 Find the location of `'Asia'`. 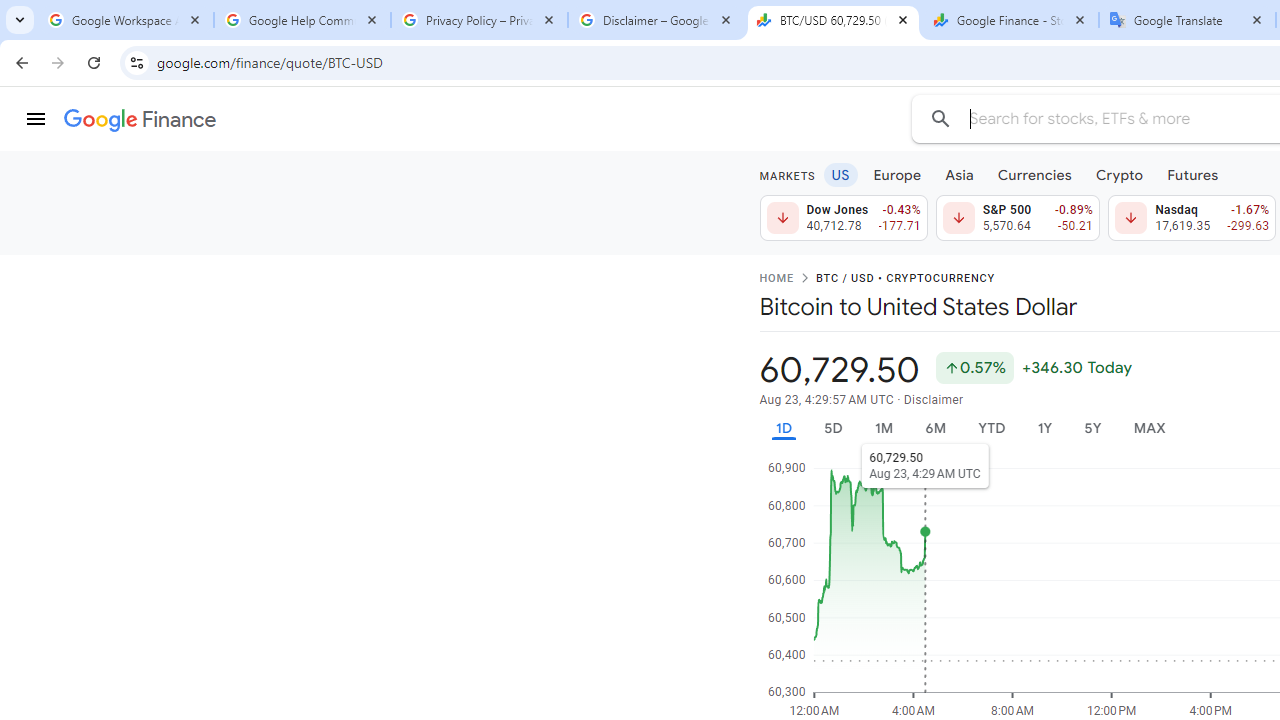

'Asia' is located at coordinates (958, 173).